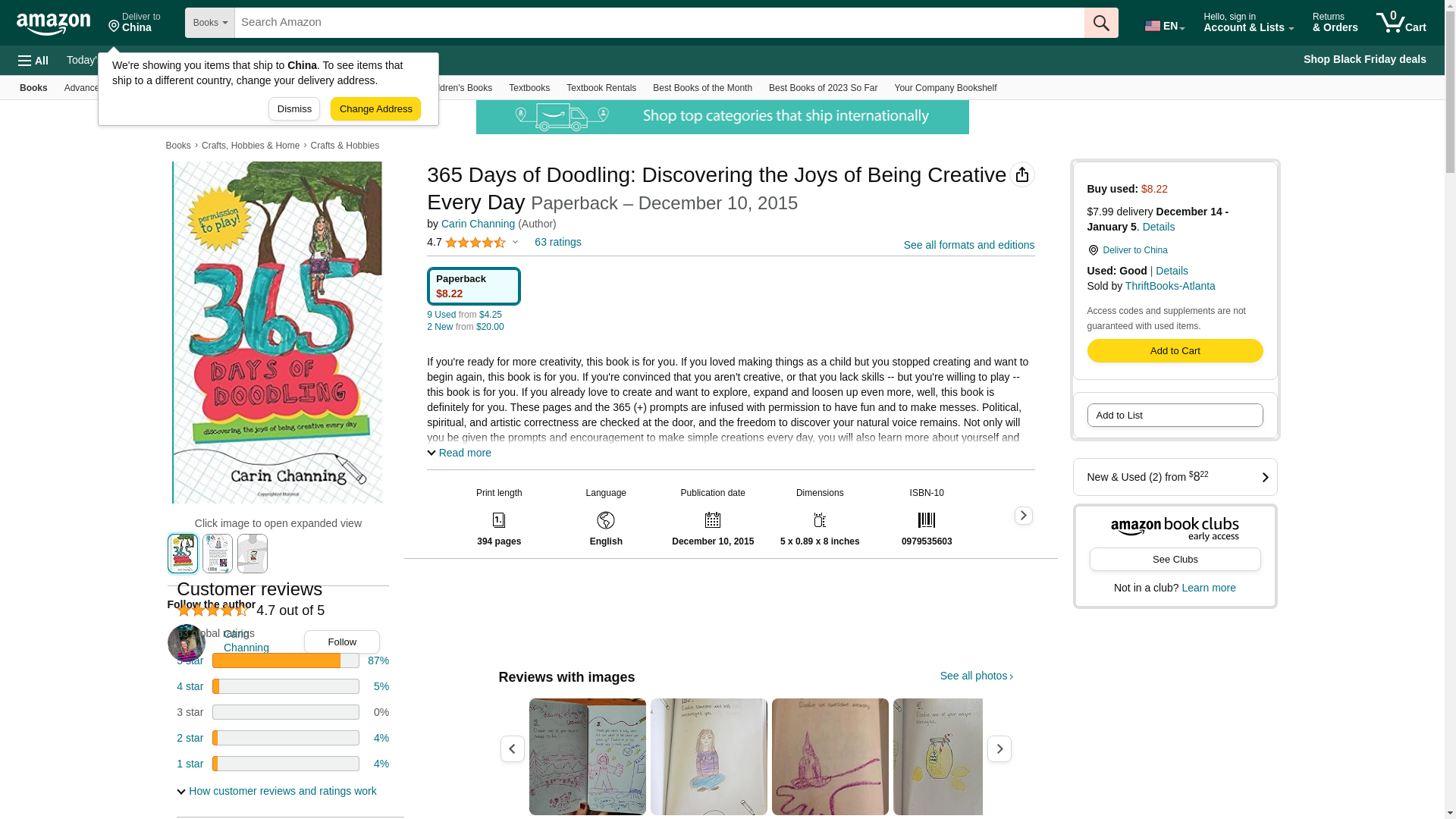  What do you see at coordinates (189, 660) in the screenshot?
I see `'5 star'` at bounding box center [189, 660].